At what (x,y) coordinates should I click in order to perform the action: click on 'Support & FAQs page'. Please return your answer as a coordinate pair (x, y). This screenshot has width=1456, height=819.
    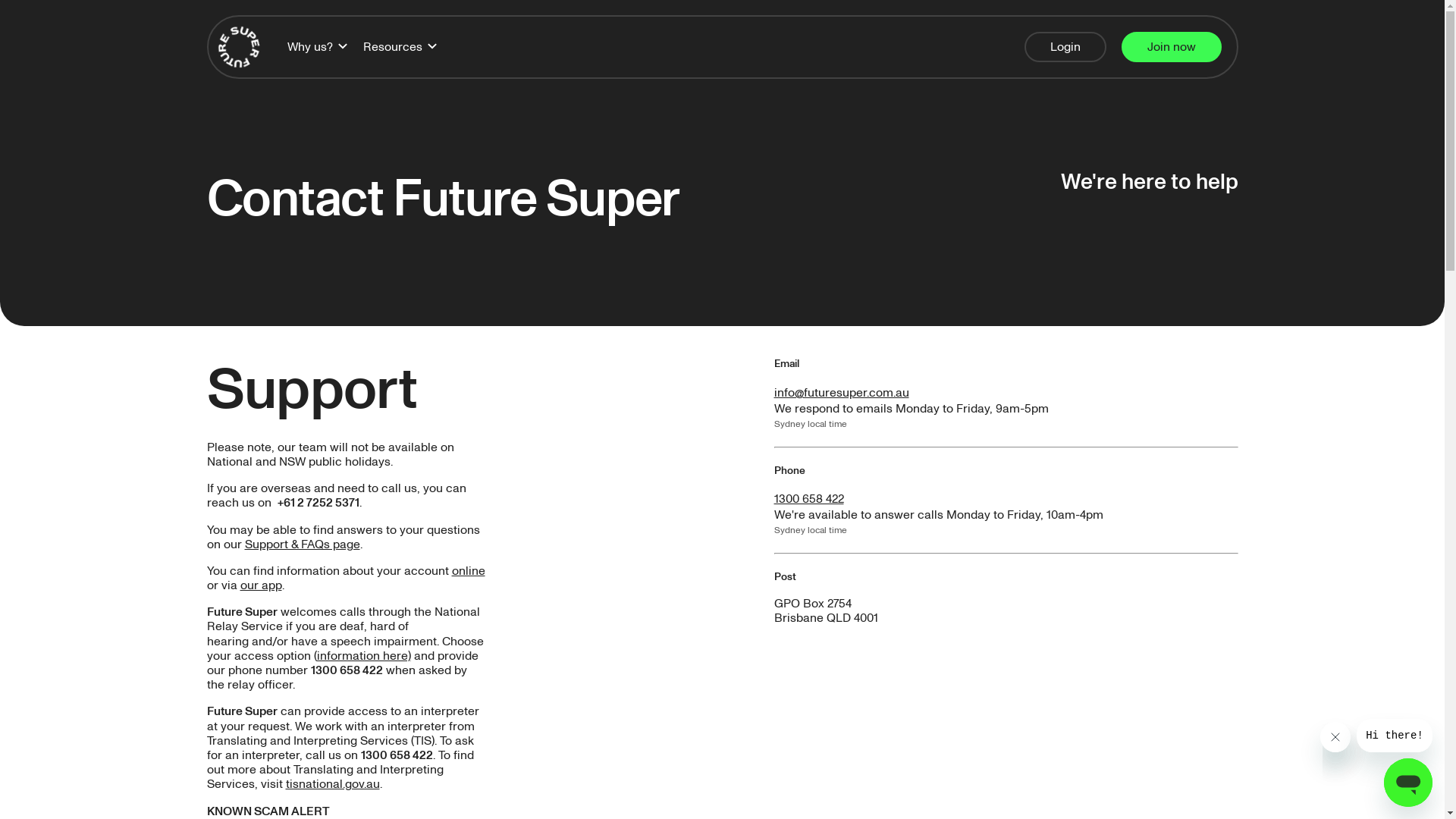
    Looking at the image, I should click on (302, 543).